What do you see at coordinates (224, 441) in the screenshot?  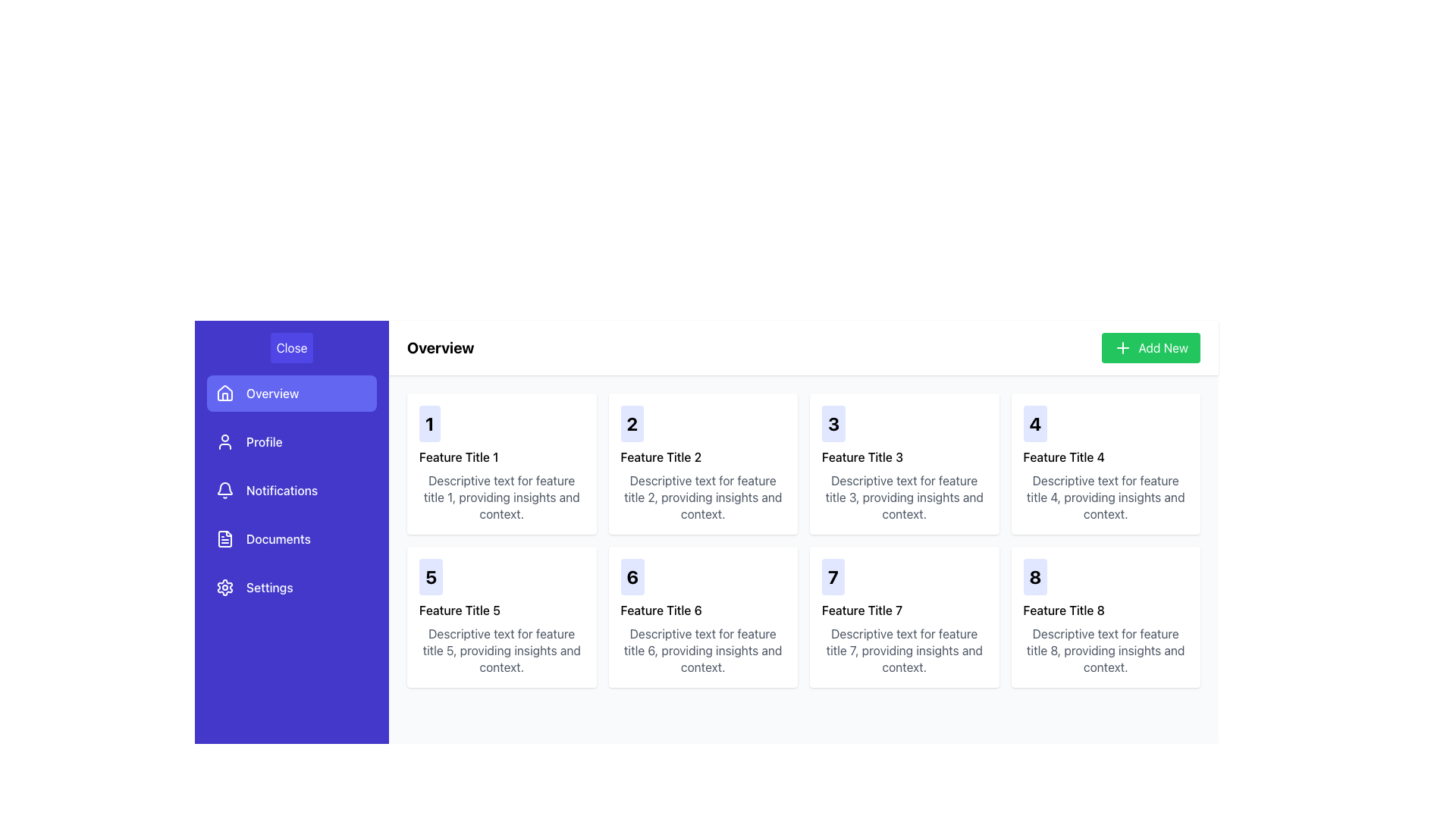 I see `the circular user icon located within the 'Profile' button in the left sidebar` at bounding box center [224, 441].